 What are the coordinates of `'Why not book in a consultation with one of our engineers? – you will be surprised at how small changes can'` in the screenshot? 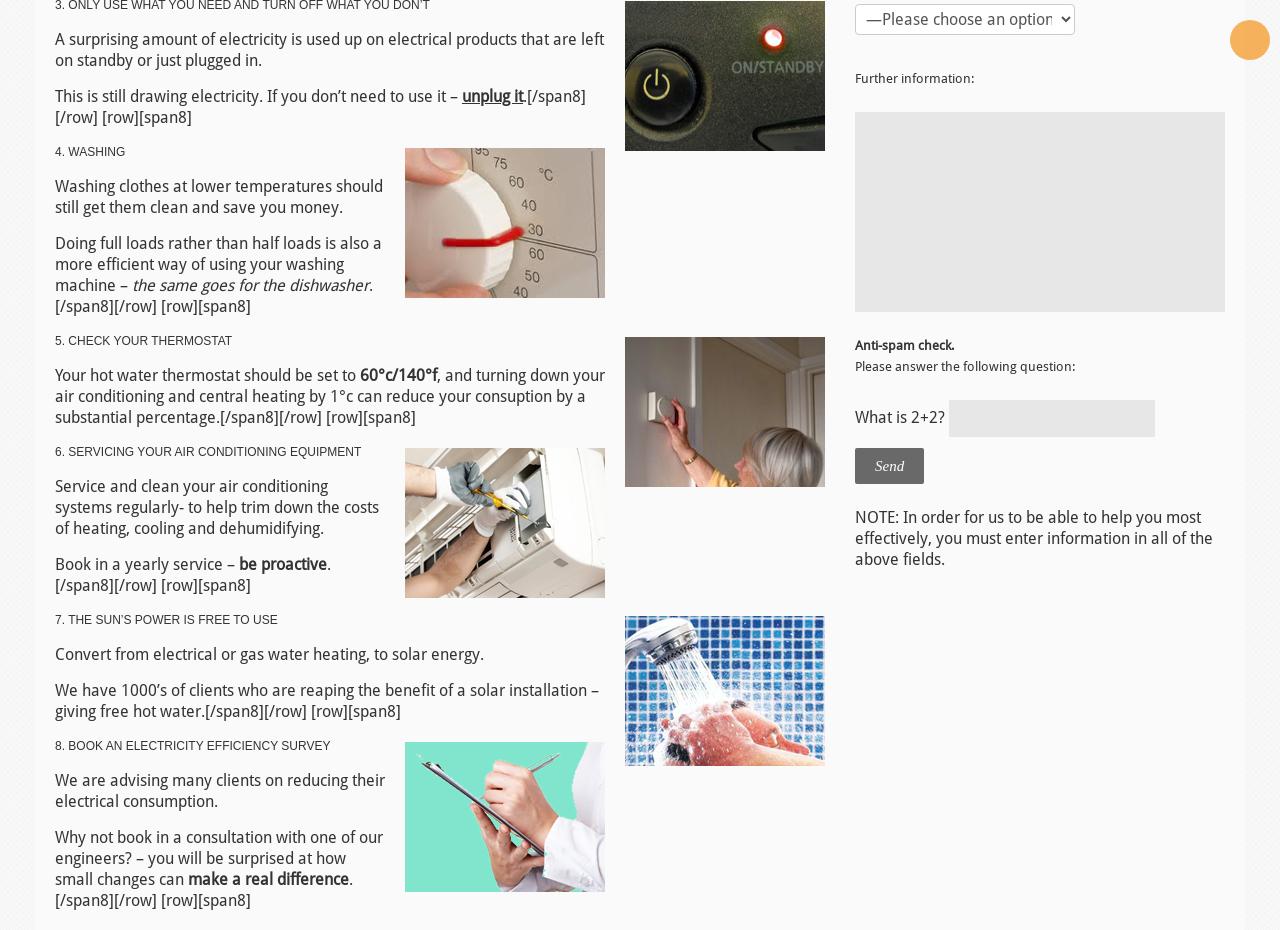 It's located at (219, 857).